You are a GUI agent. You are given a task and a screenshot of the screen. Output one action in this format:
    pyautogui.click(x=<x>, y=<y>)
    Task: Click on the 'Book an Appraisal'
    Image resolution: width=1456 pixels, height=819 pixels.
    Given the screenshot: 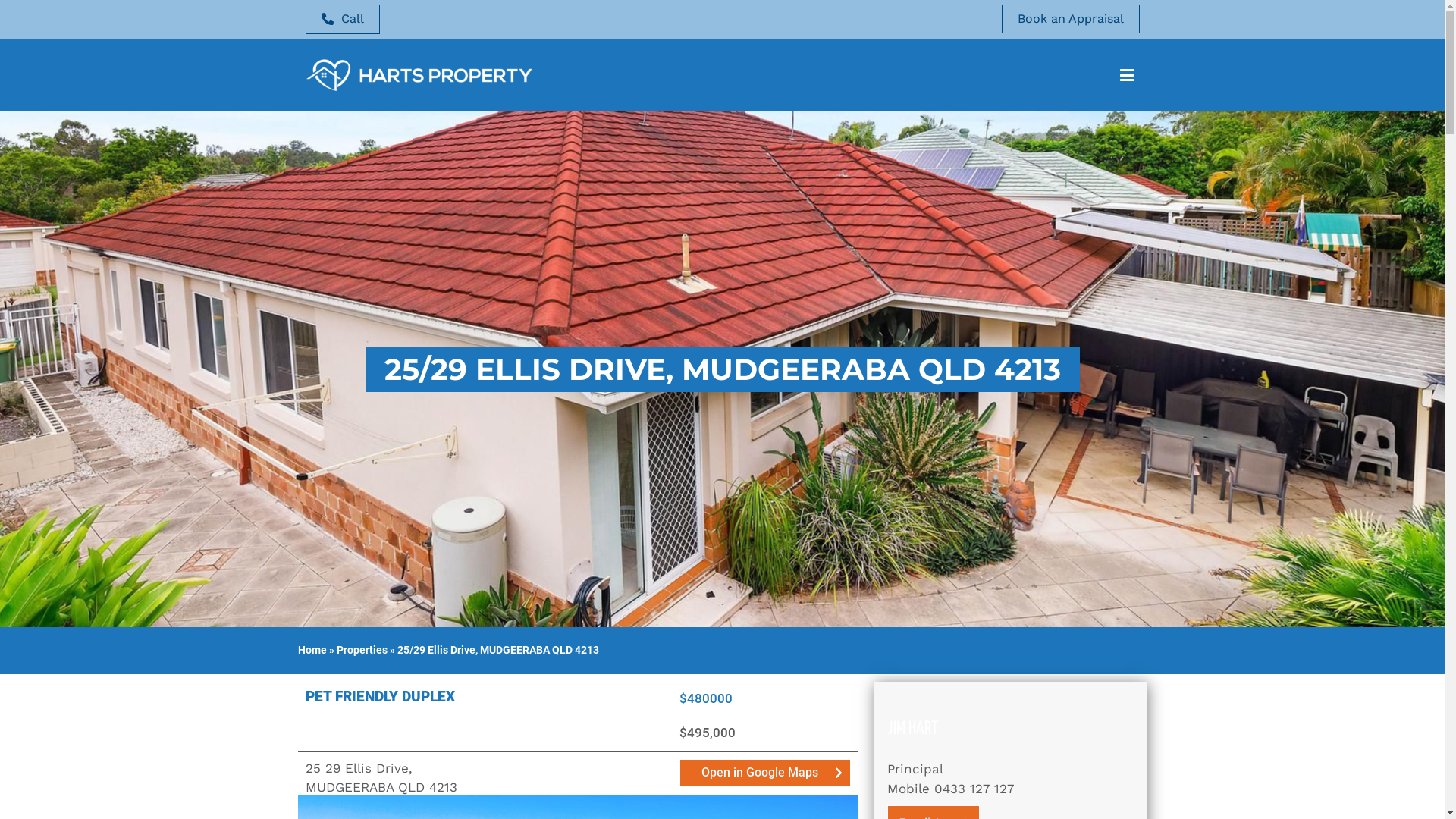 What is the action you would take?
    pyautogui.click(x=1069, y=18)
    